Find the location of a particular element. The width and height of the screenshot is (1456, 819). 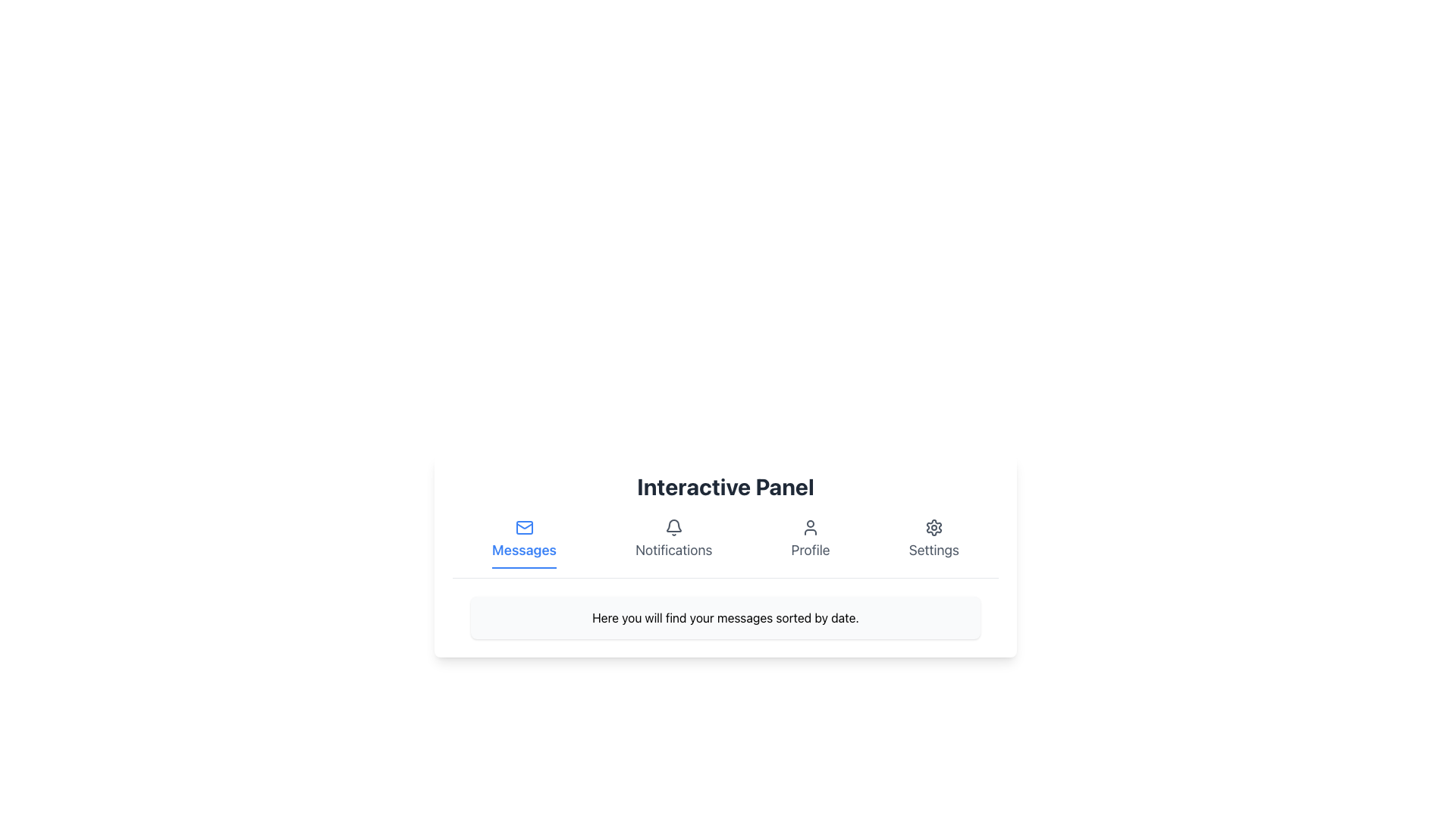

the 'Notifications' button, which is a vertically centered button with a bell-shaped icon and gray styling, located between the 'Messages' and 'Profile' buttons in the horizontal menu bar below the 'Interactive Panel' header is located at coordinates (673, 543).